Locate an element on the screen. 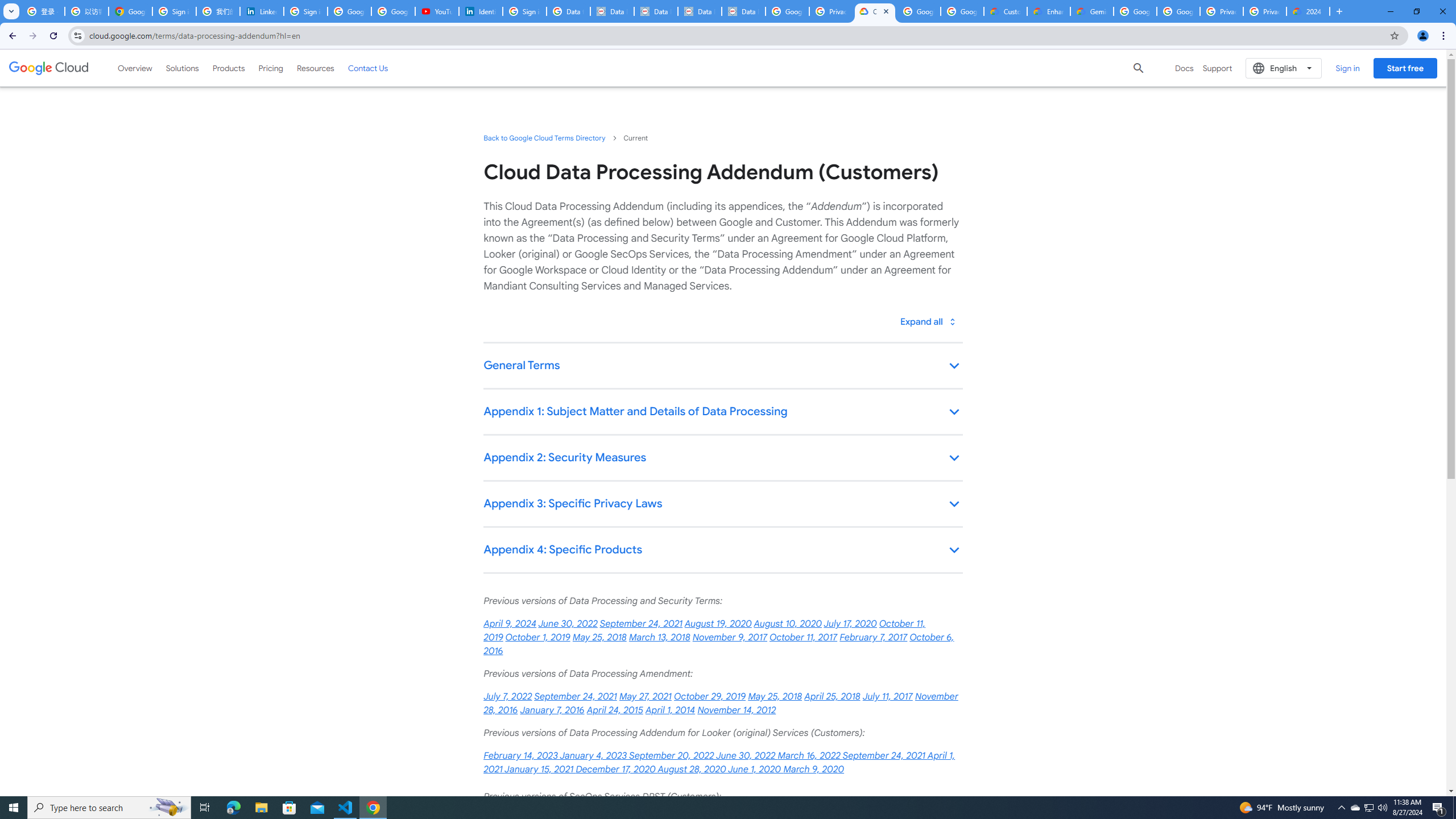 This screenshot has width=1456, height=819. 'Enhanced Support | Google Cloud' is located at coordinates (1048, 11).